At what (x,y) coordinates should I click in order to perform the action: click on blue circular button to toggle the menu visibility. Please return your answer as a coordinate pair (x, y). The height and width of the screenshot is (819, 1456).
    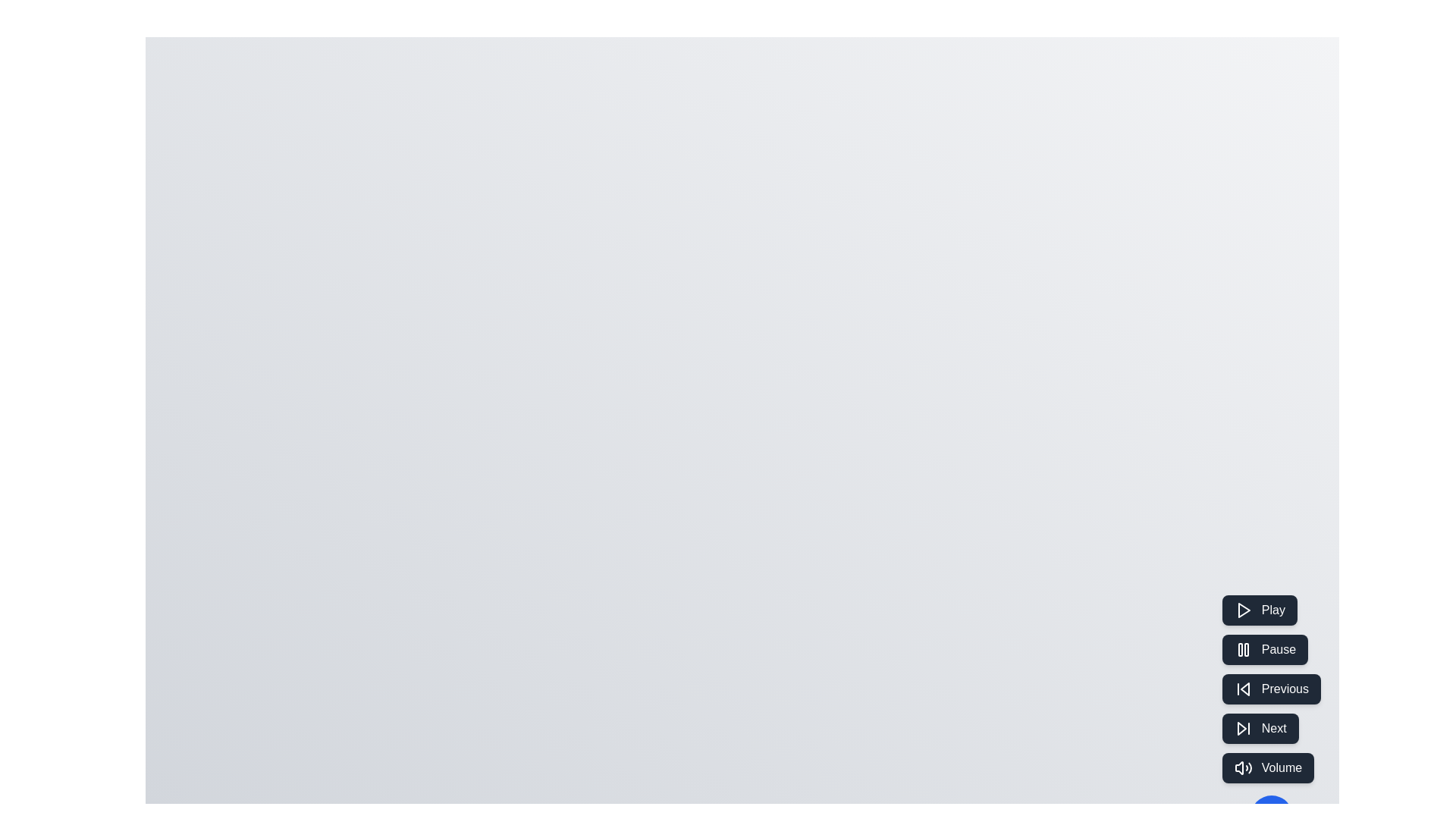
    Looking at the image, I should click on (1271, 815).